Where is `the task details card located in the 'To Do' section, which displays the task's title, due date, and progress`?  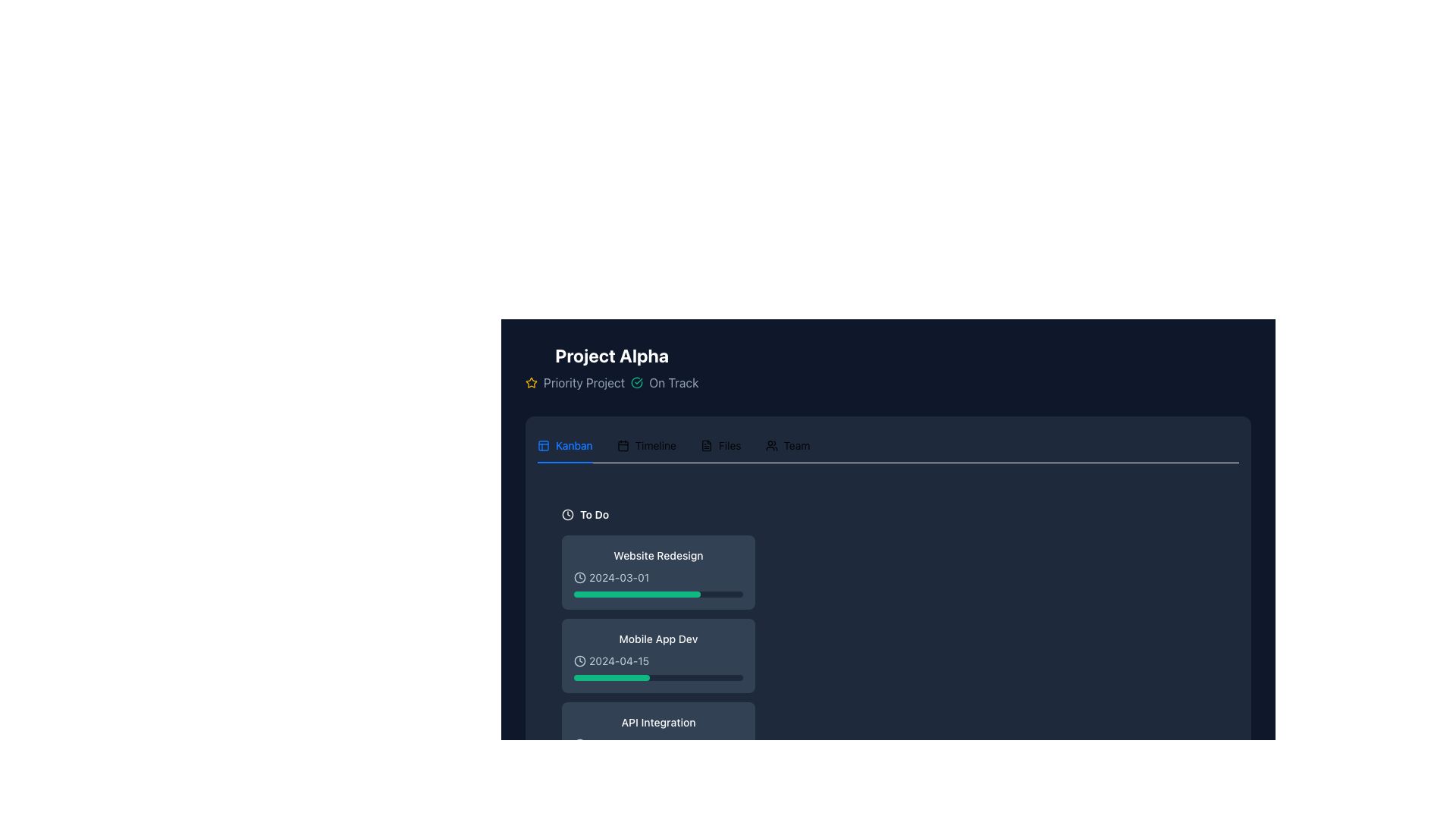 the task details card located in the 'To Do' section, which displays the task's title, due date, and progress is located at coordinates (658, 573).